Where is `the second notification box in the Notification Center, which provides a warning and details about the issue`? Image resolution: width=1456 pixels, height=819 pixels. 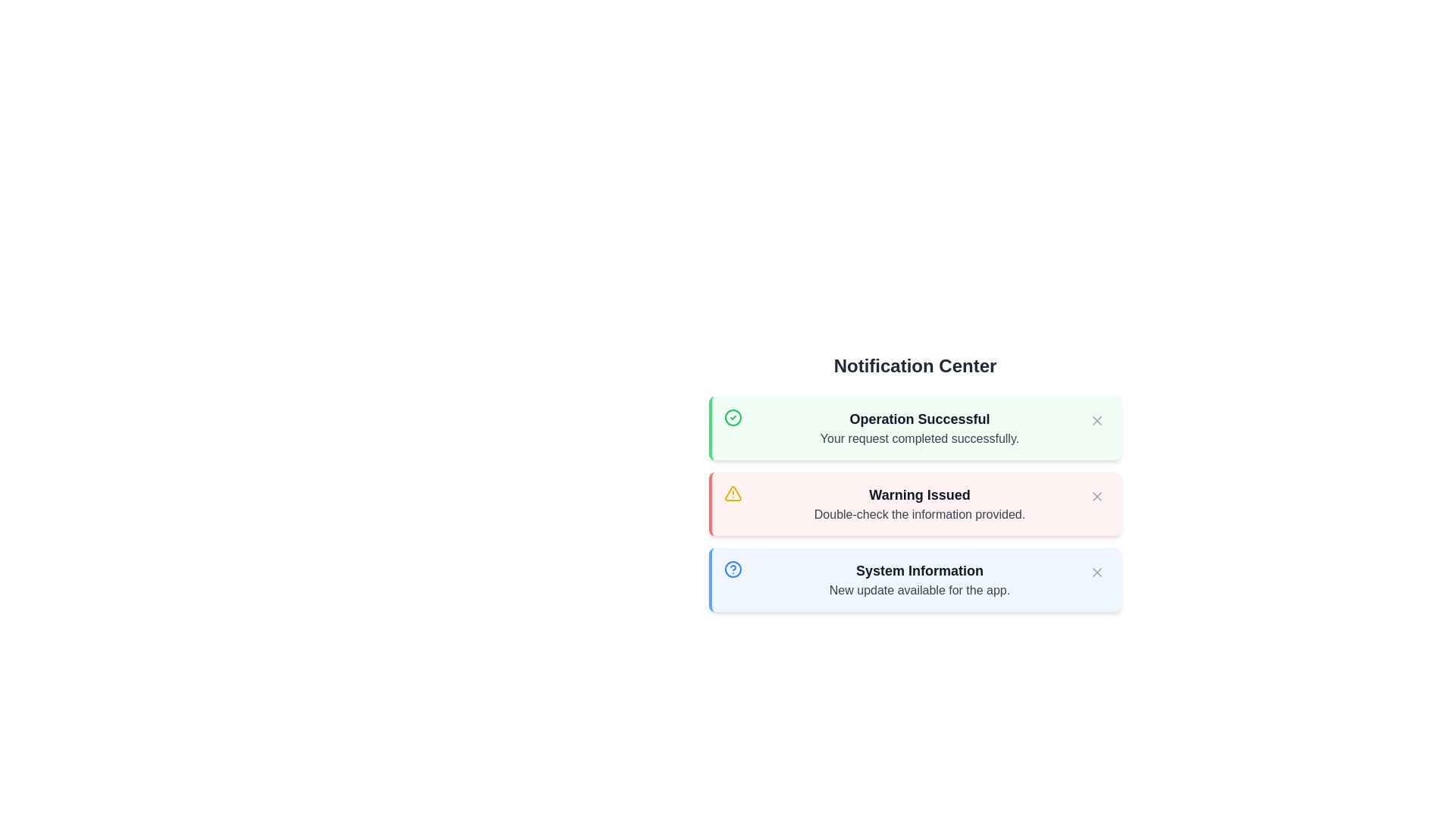 the second notification box in the Notification Center, which provides a warning and details about the issue is located at coordinates (914, 504).